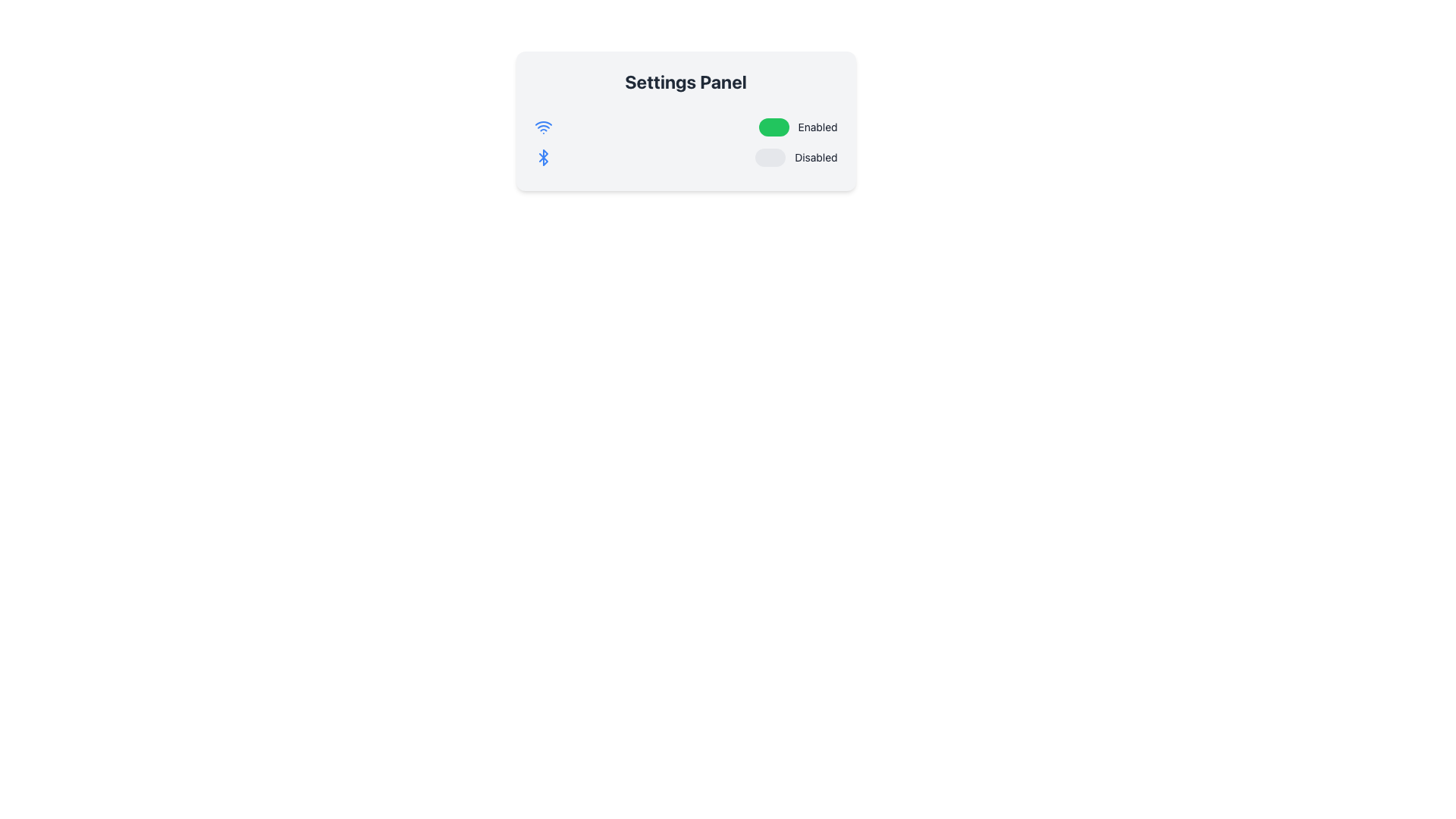  What do you see at coordinates (817, 127) in the screenshot?
I see `the text label that describes the active state of the corresponding feature or toggle control, located to the right of a green-colored toggle switch` at bounding box center [817, 127].